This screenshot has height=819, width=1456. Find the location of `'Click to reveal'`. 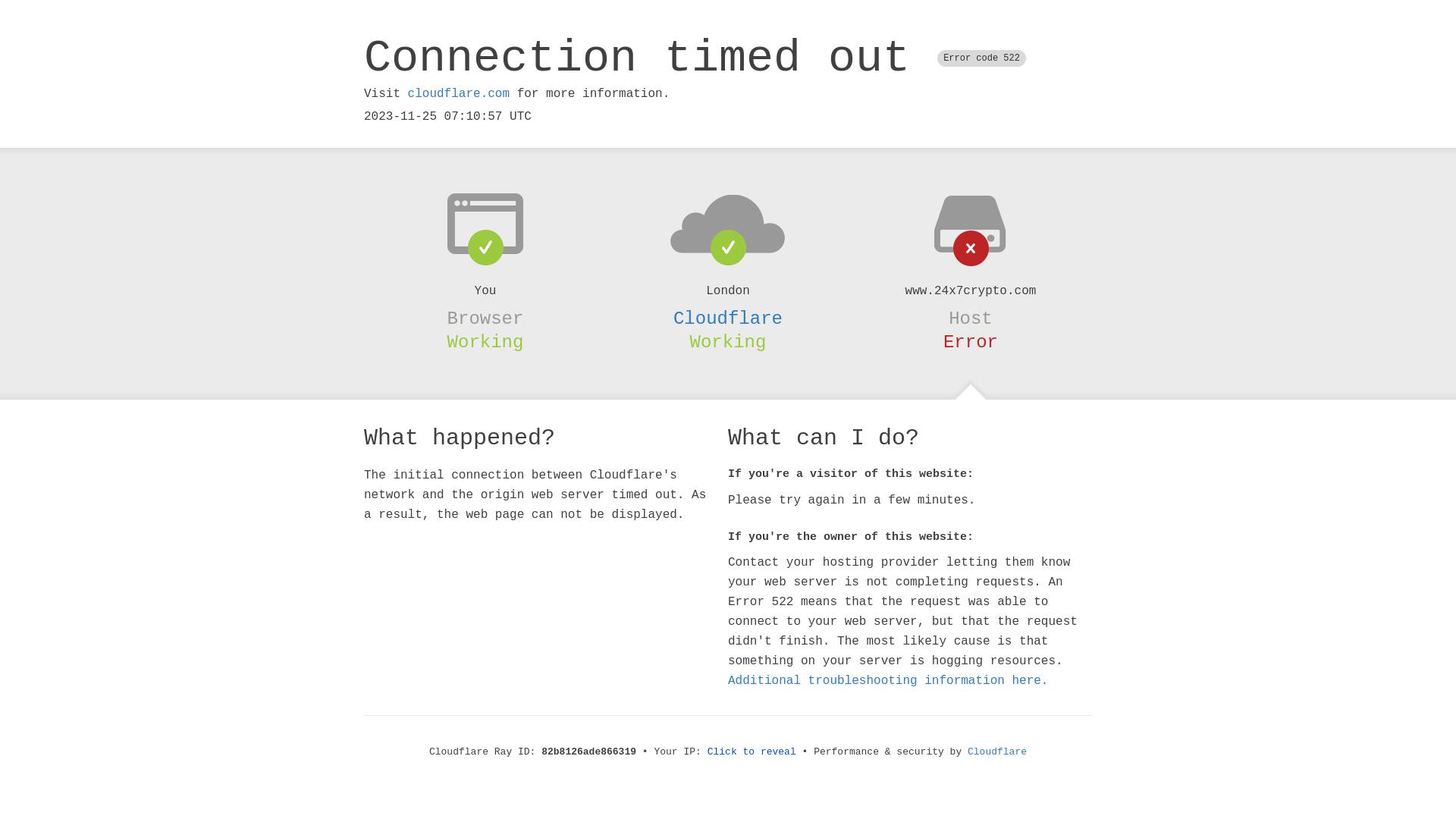

'Click to reveal' is located at coordinates (752, 752).